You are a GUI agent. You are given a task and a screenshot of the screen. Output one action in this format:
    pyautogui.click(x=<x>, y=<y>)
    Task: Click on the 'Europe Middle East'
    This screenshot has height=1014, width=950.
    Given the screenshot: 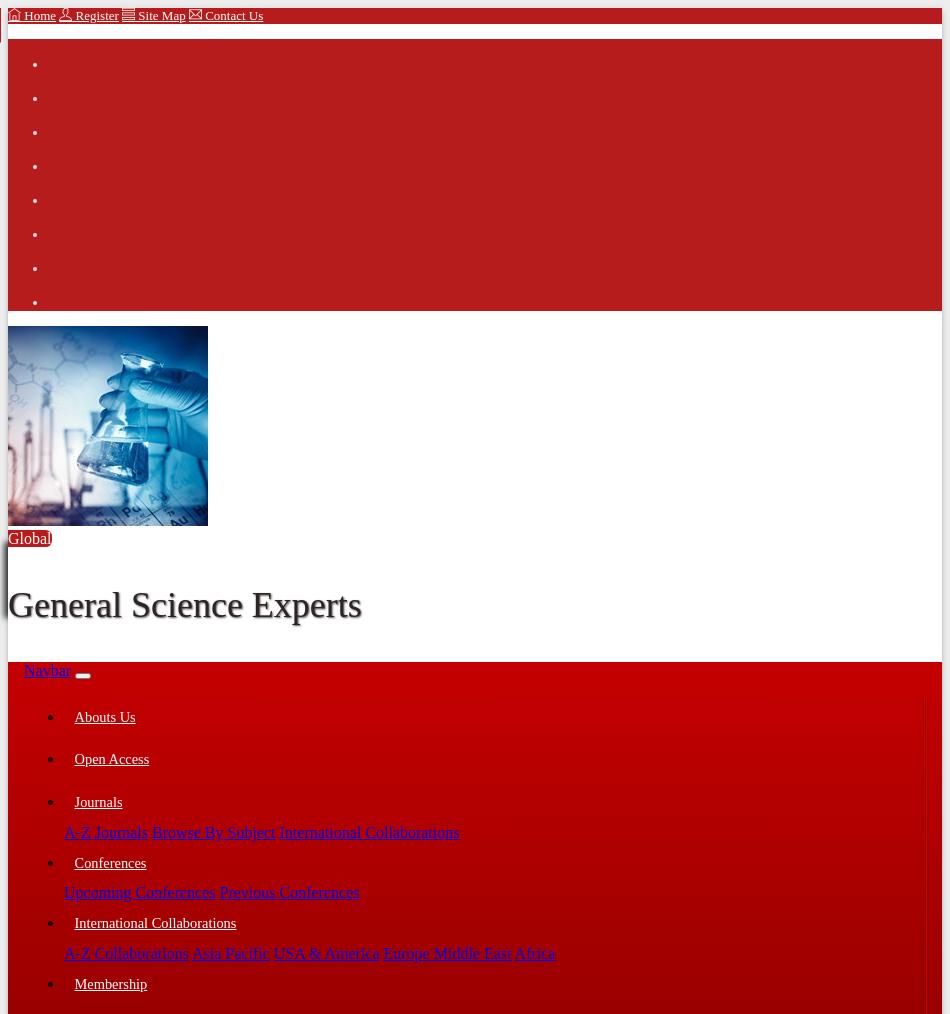 What is the action you would take?
    pyautogui.click(x=445, y=952)
    